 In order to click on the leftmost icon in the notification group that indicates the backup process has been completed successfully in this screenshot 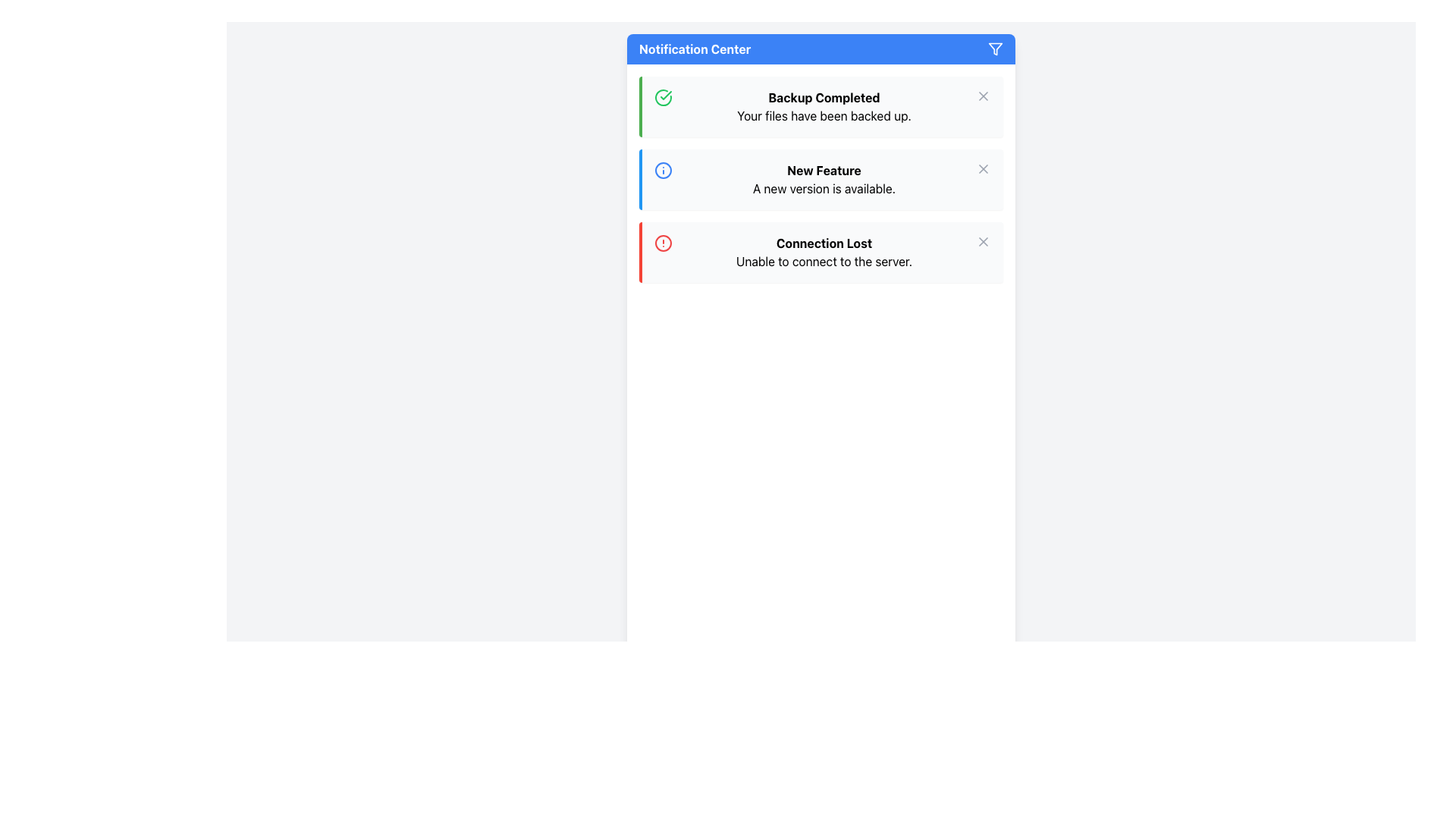, I will do `click(663, 97)`.